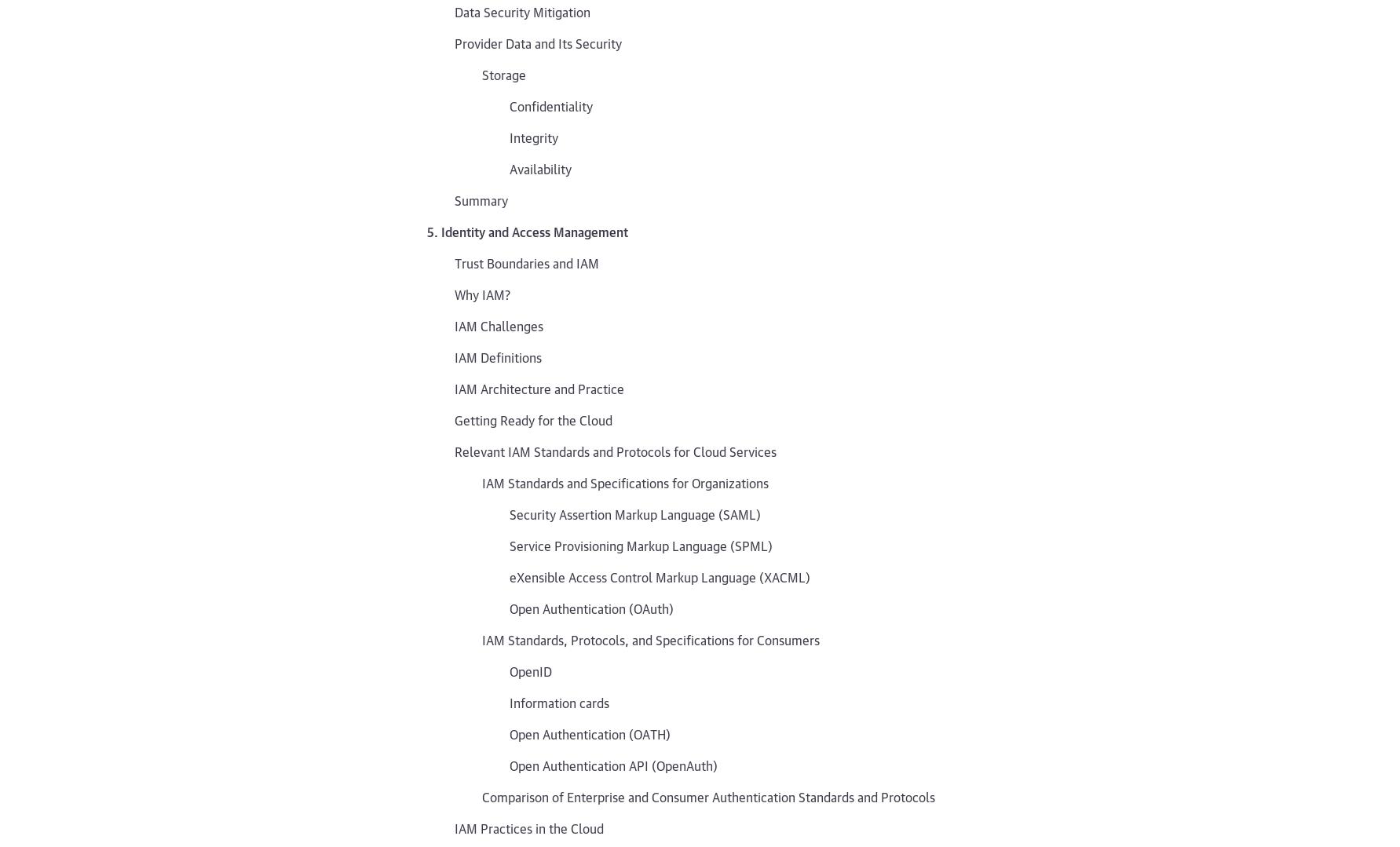 The image size is (1400, 847). Describe the element at coordinates (539, 386) in the screenshot. I see `'IAM Architecture and Practice'` at that location.